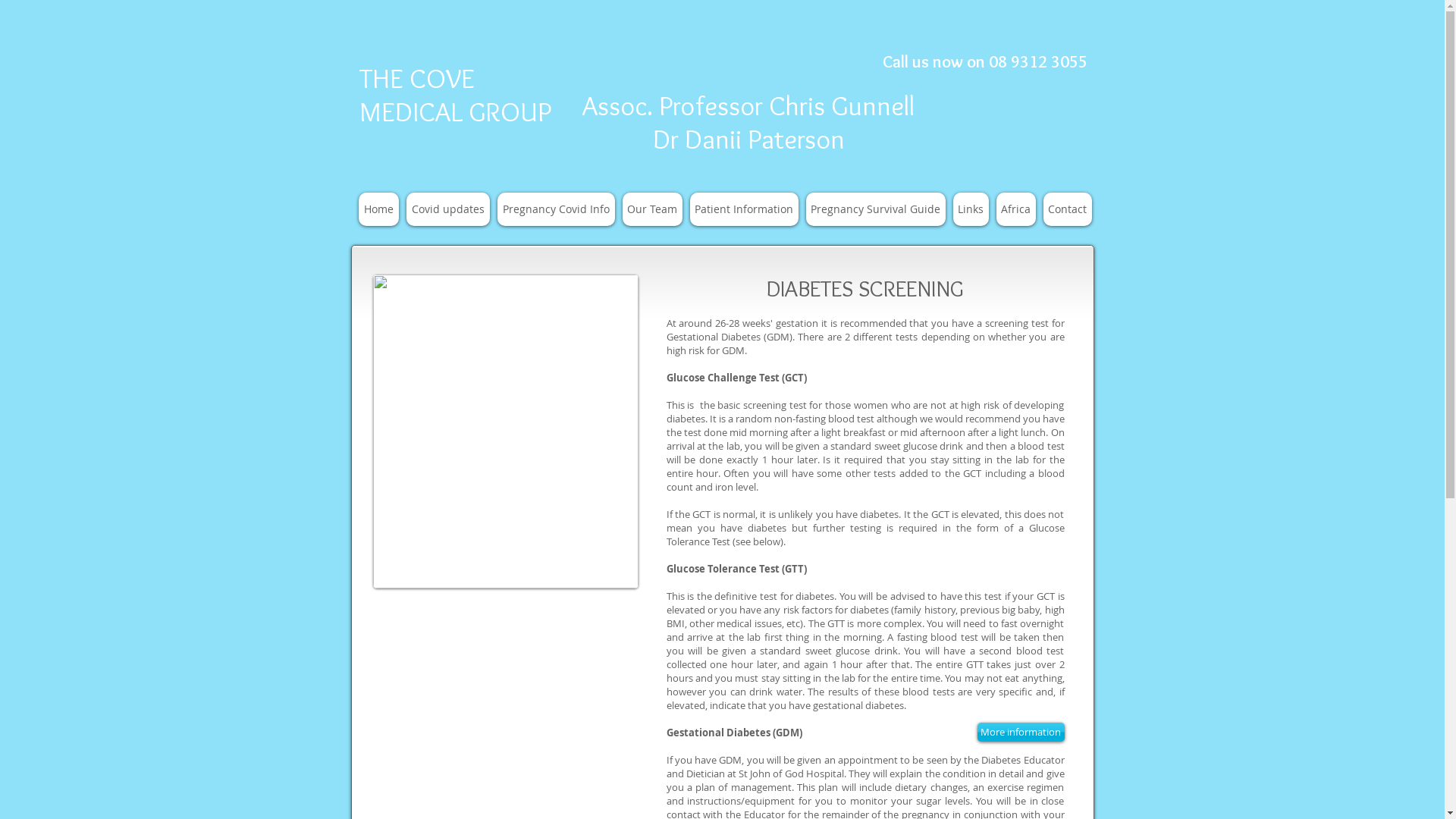 The height and width of the screenshot is (819, 1456). I want to click on 'Home', so click(356, 209).